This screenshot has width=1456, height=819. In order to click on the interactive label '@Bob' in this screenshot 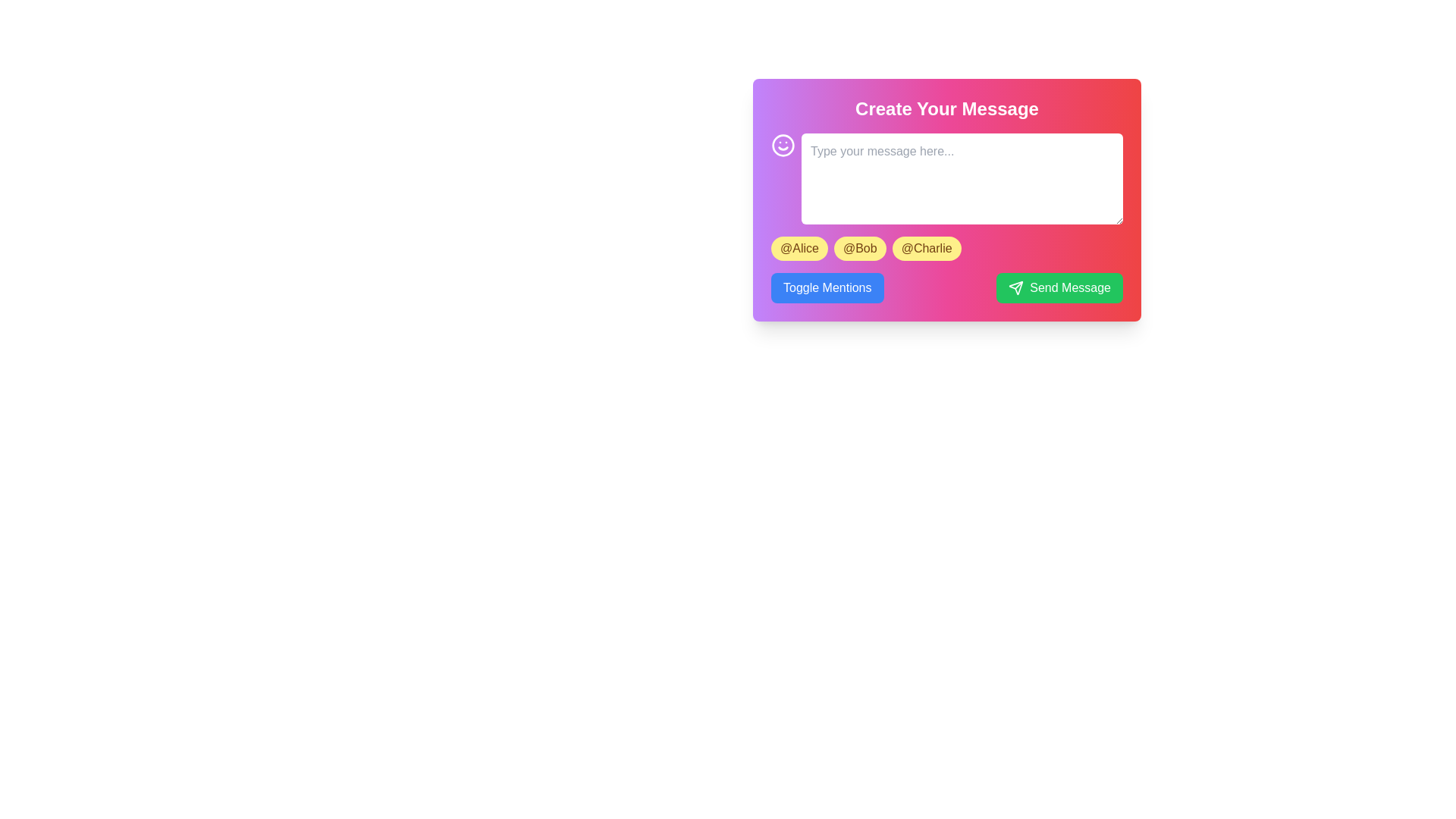, I will do `click(860, 247)`.